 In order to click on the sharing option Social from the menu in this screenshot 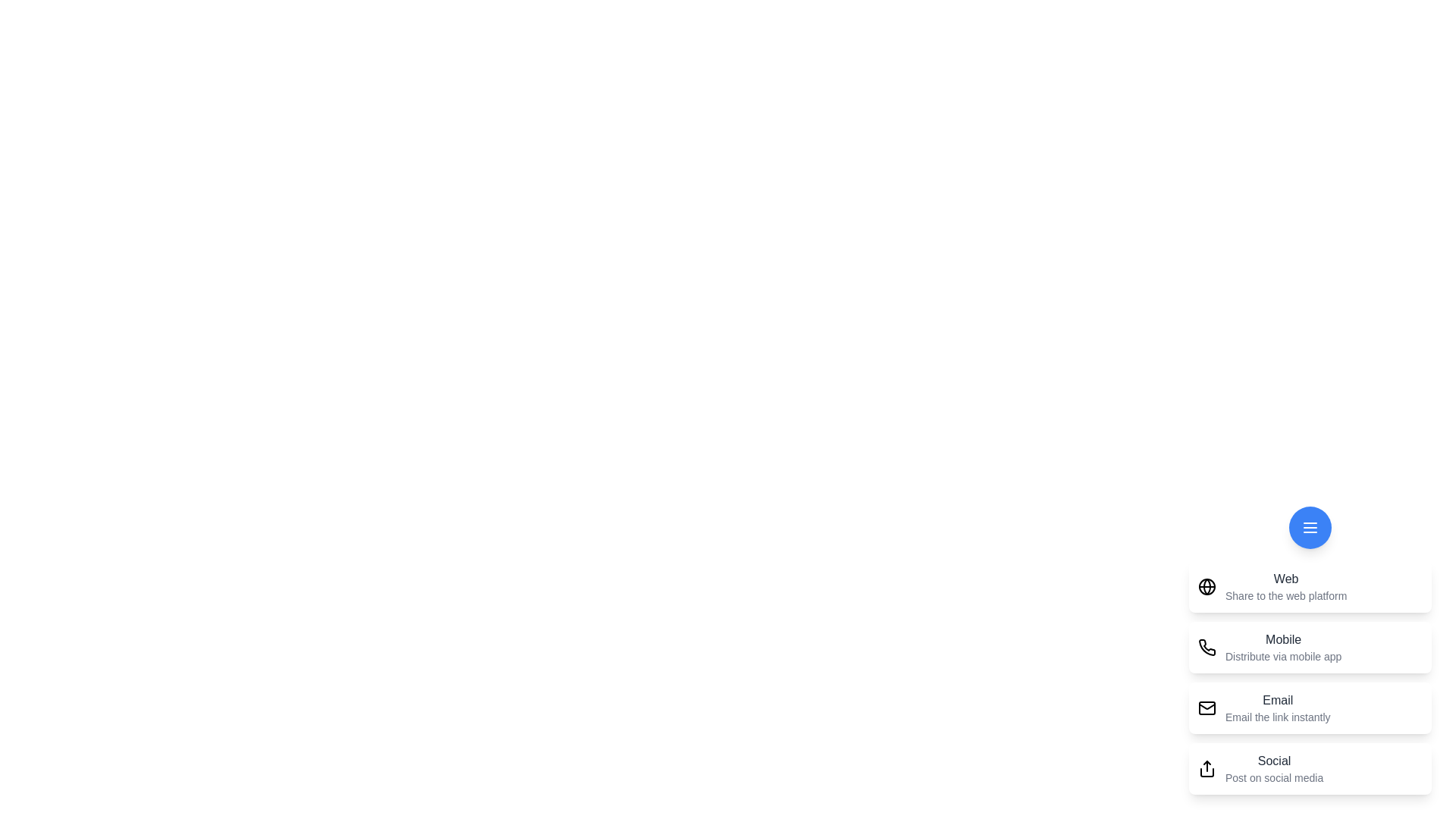, I will do `click(1310, 769)`.